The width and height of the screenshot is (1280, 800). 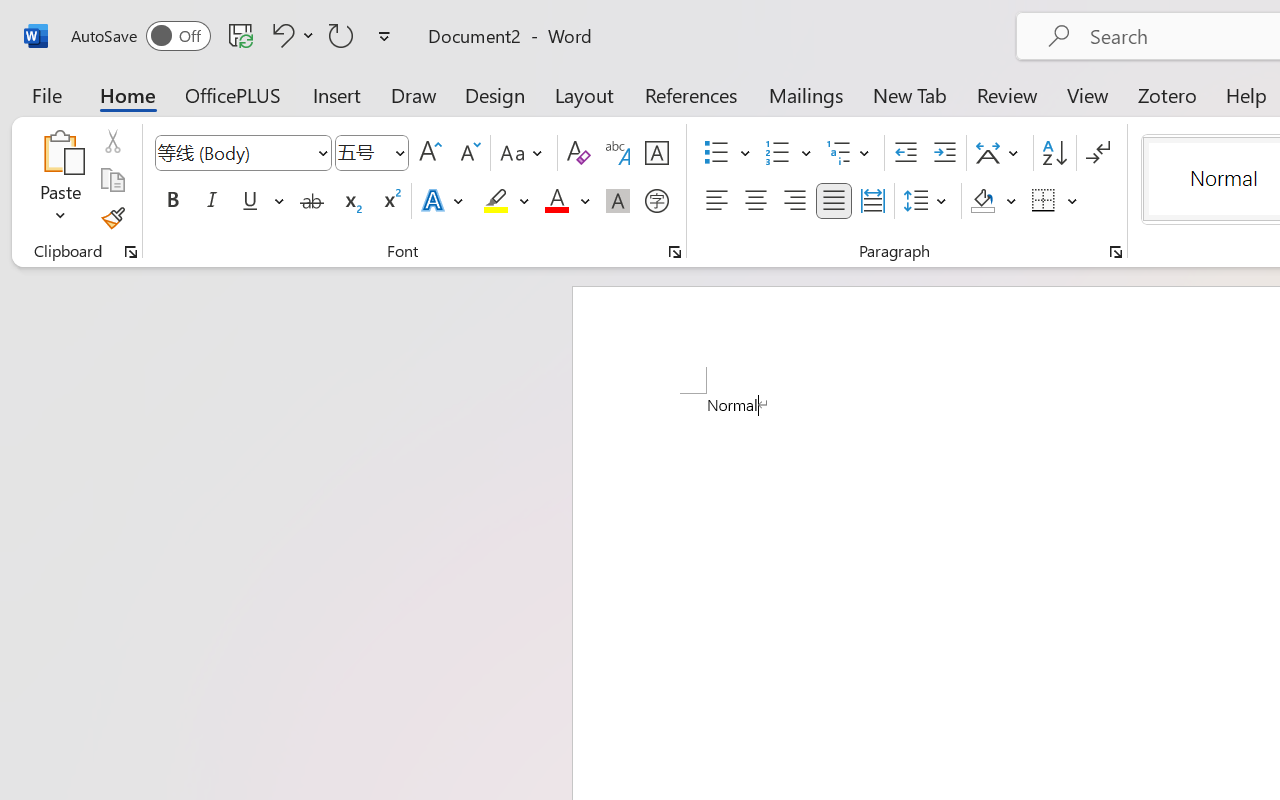 What do you see at coordinates (362, 152) in the screenshot?
I see `'Font Size'` at bounding box center [362, 152].